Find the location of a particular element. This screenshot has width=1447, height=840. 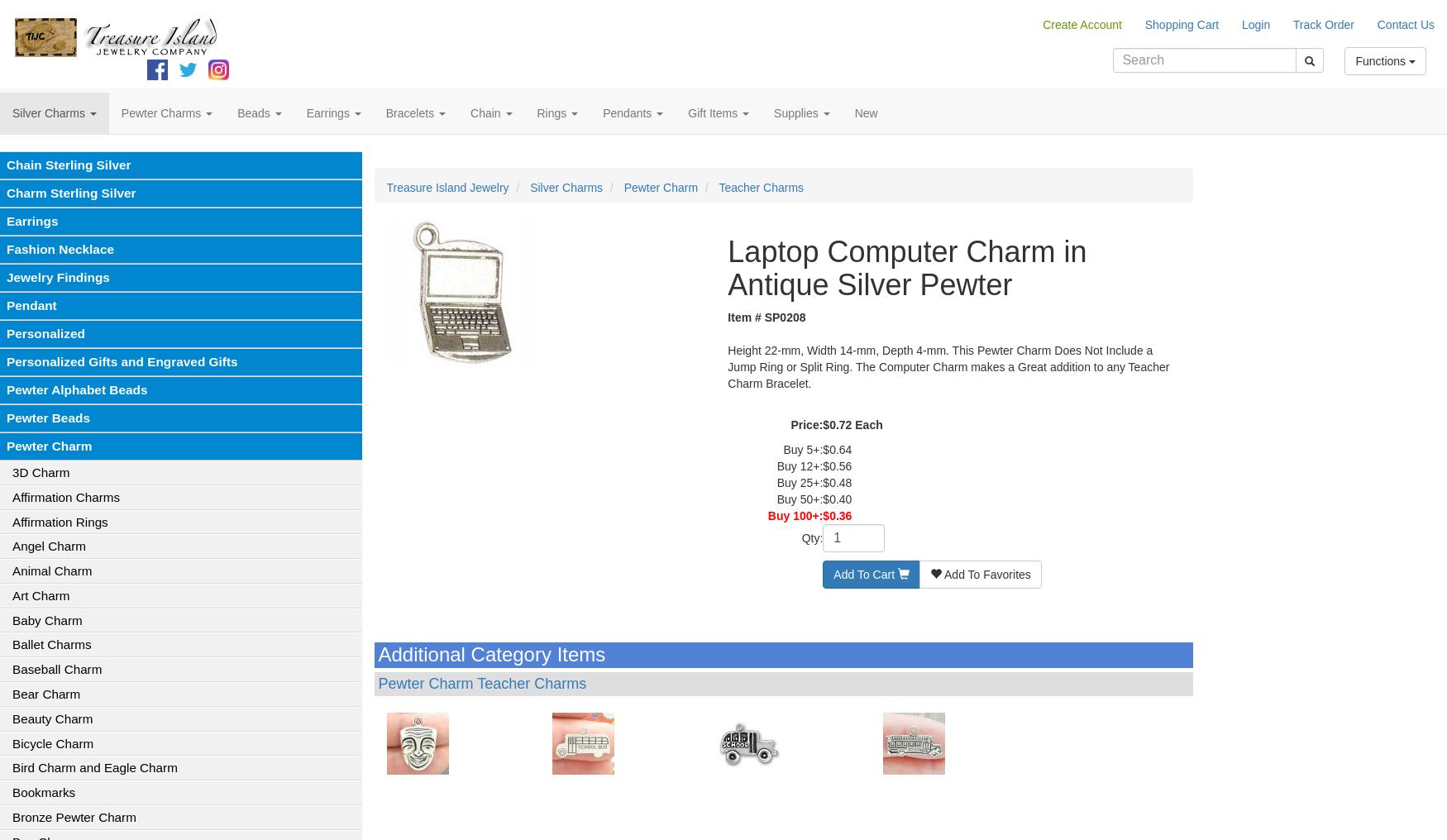

'Affirmation Charms' is located at coordinates (12, 496).